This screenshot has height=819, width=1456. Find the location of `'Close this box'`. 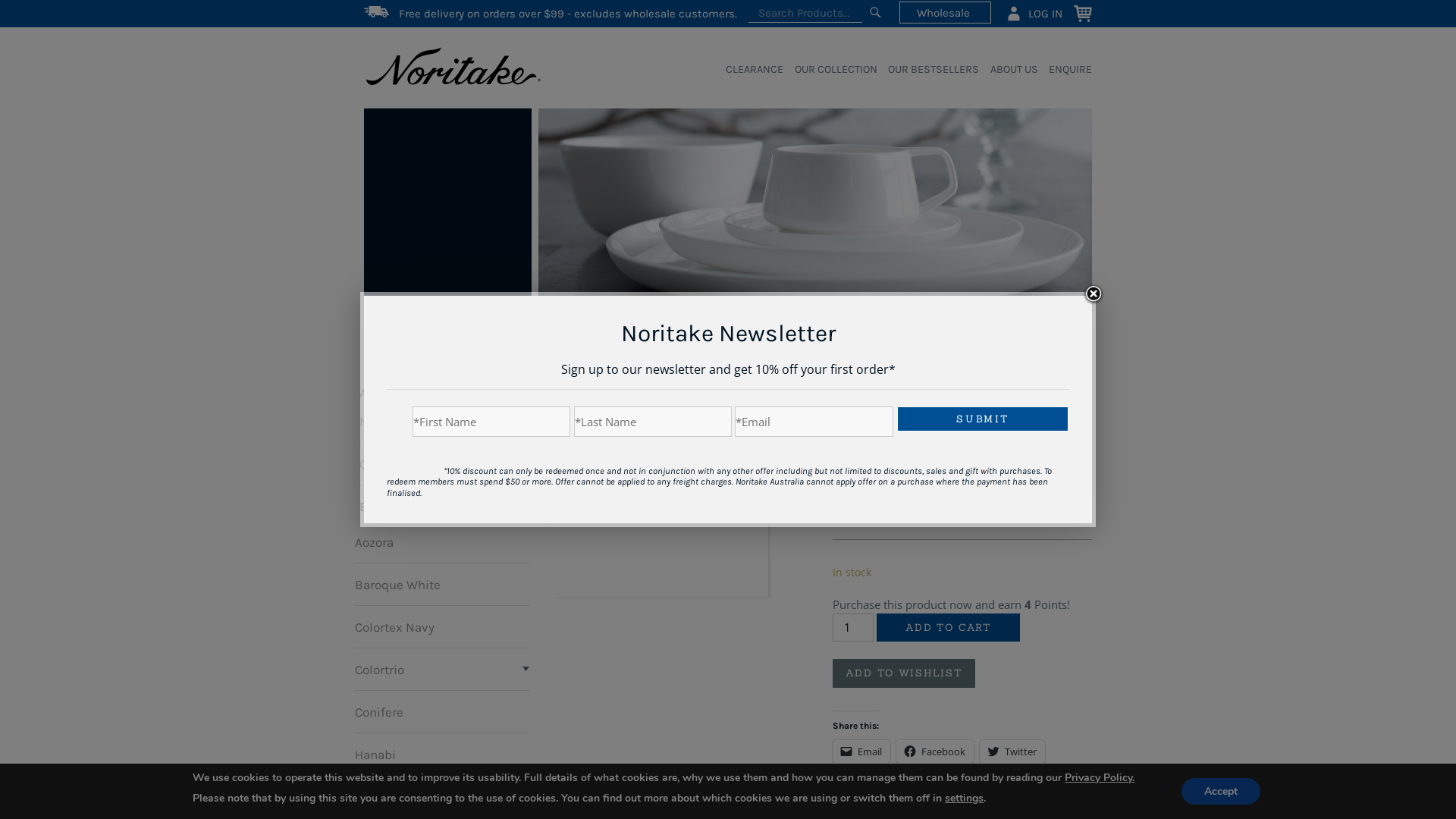

'Close this box' is located at coordinates (1093, 294).